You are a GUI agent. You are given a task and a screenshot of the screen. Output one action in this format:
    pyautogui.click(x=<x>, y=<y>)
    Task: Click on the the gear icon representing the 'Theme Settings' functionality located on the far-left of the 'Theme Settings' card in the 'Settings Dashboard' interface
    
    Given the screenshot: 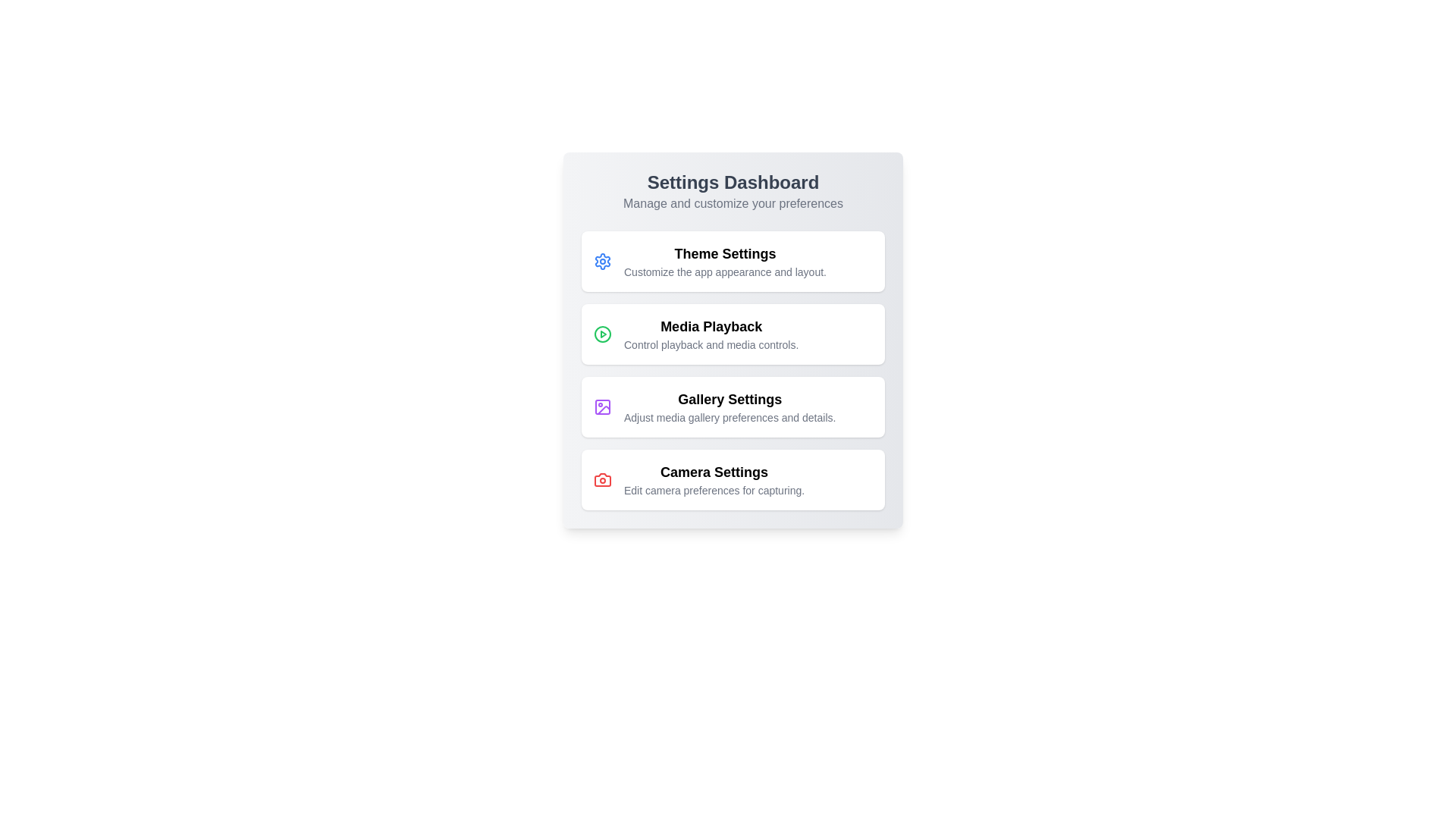 What is the action you would take?
    pyautogui.click(x=602, y=260)
    